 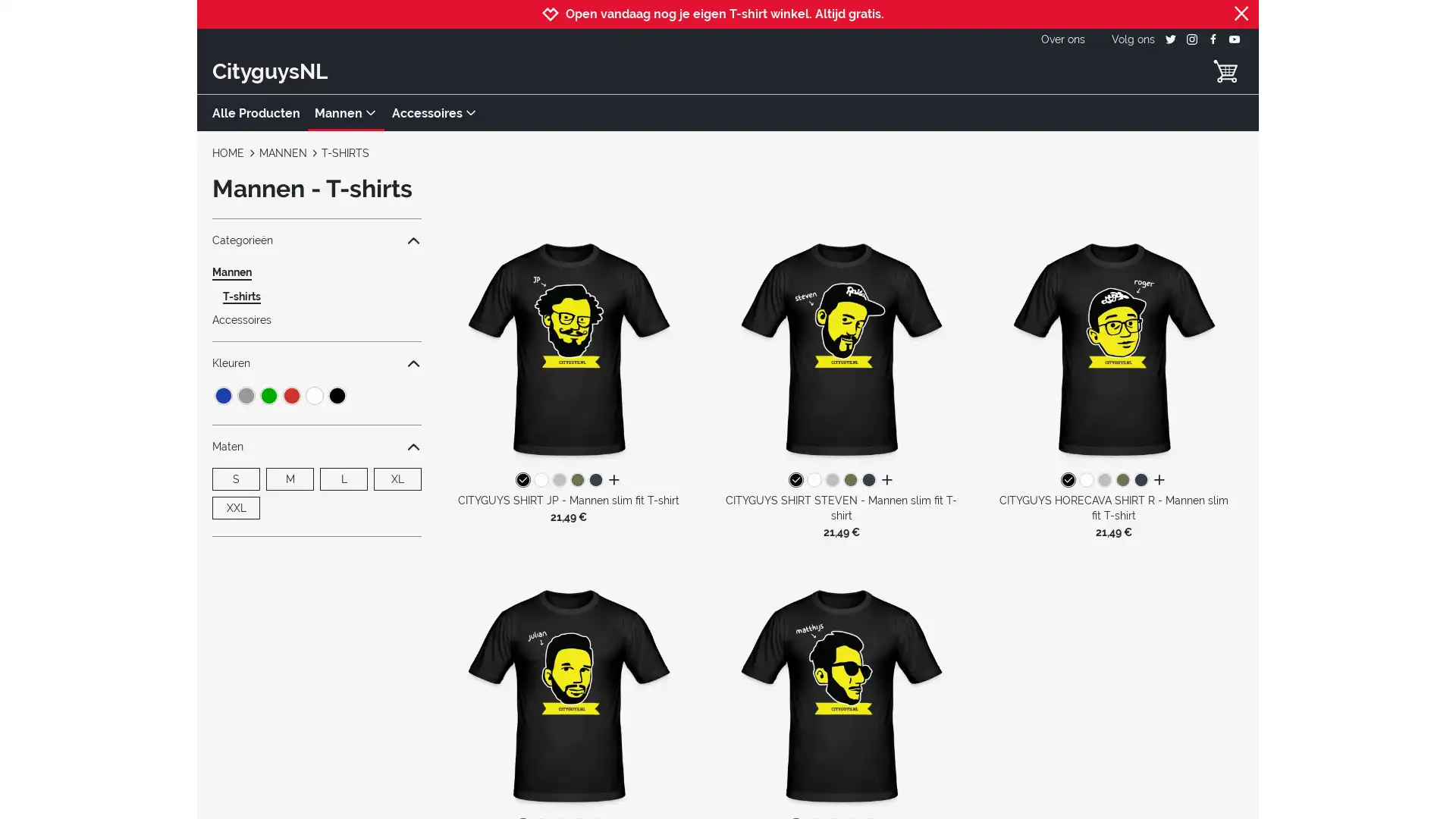 I want to click on Instellingen, so click(x=1084, y=689).